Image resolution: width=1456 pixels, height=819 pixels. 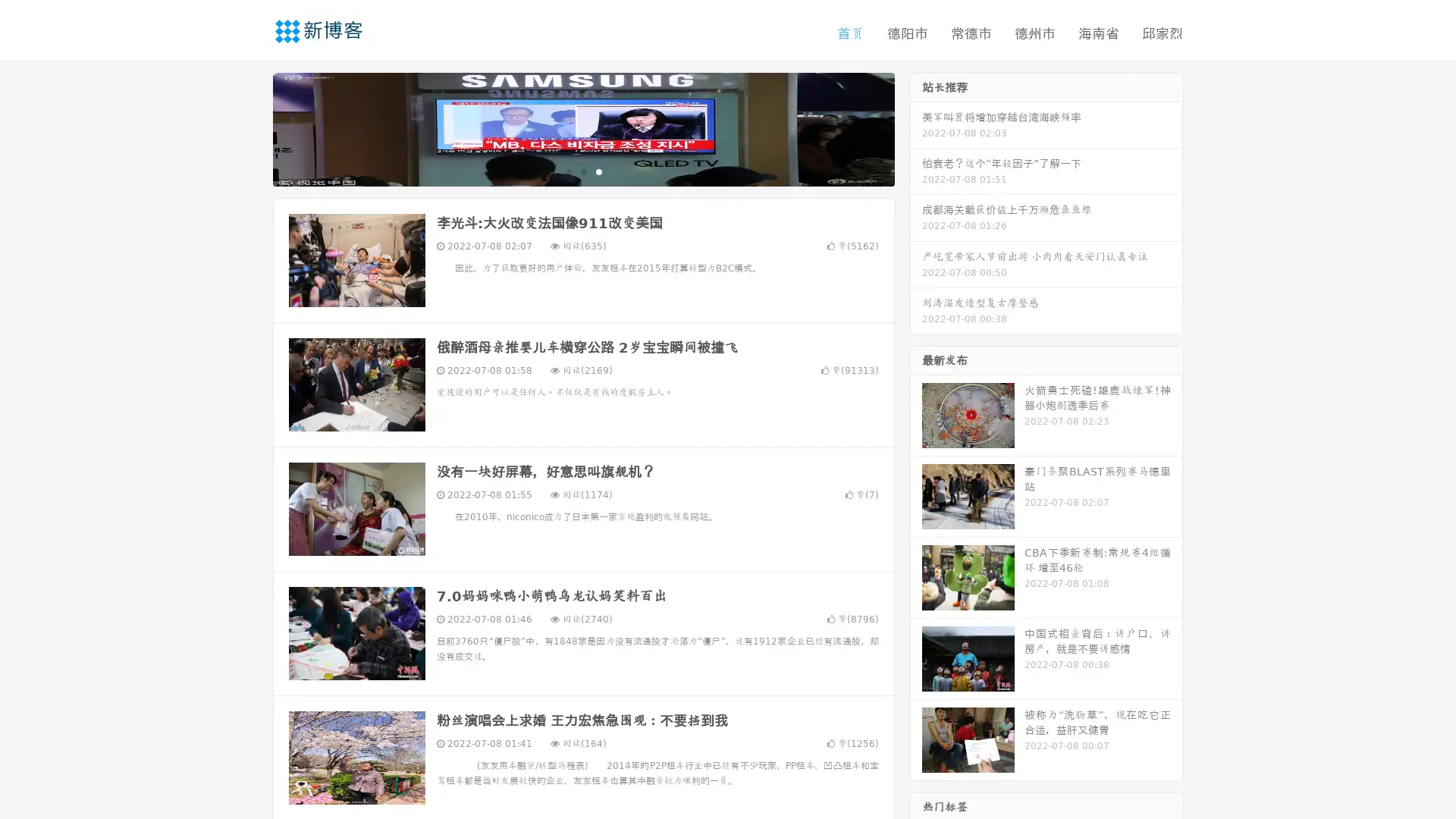 I want to click on Go to slide 2, so click(x=582, y=171).